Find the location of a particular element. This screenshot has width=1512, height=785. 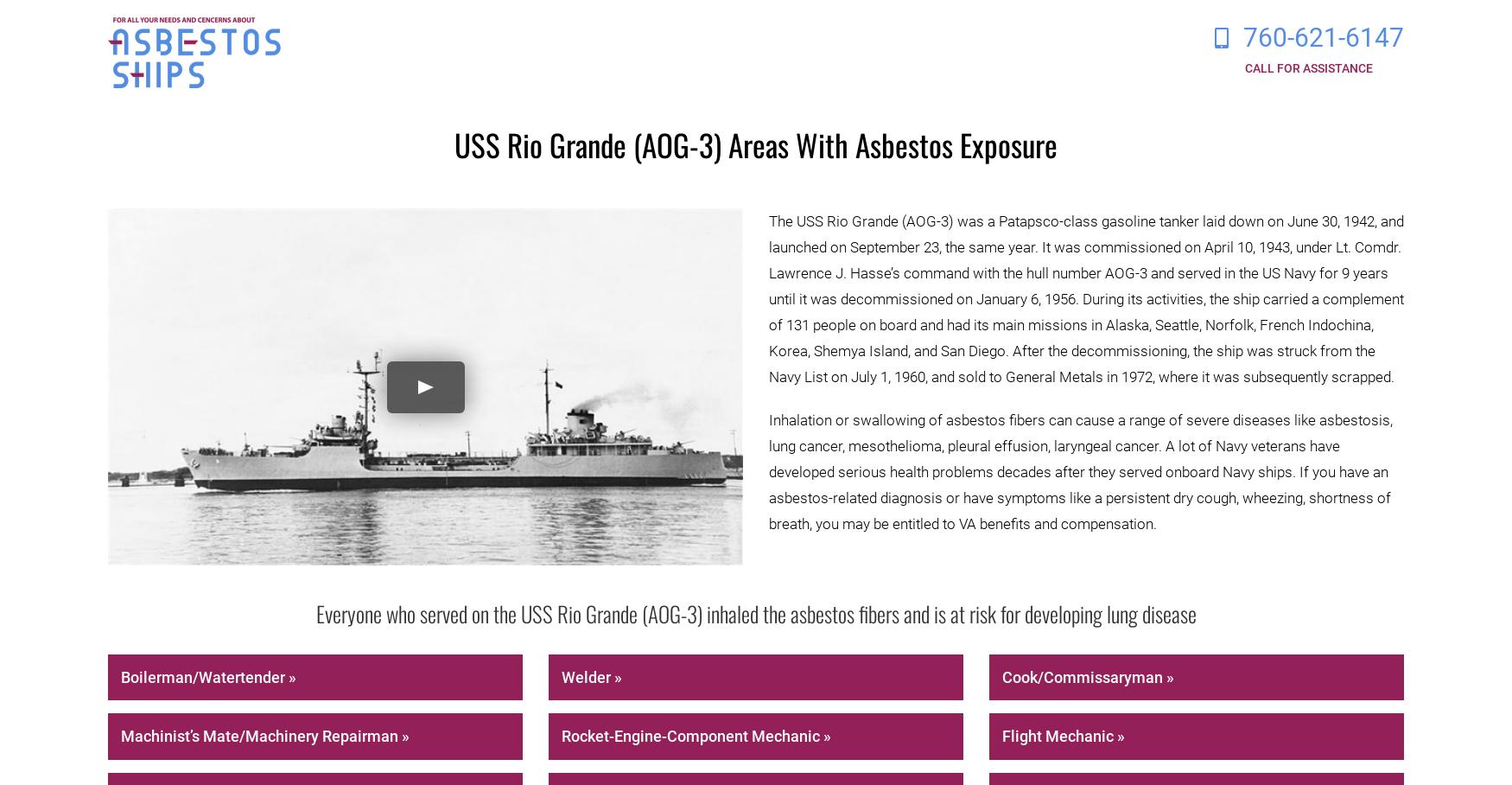

'Welder »' is located at coordinates (590, 675).